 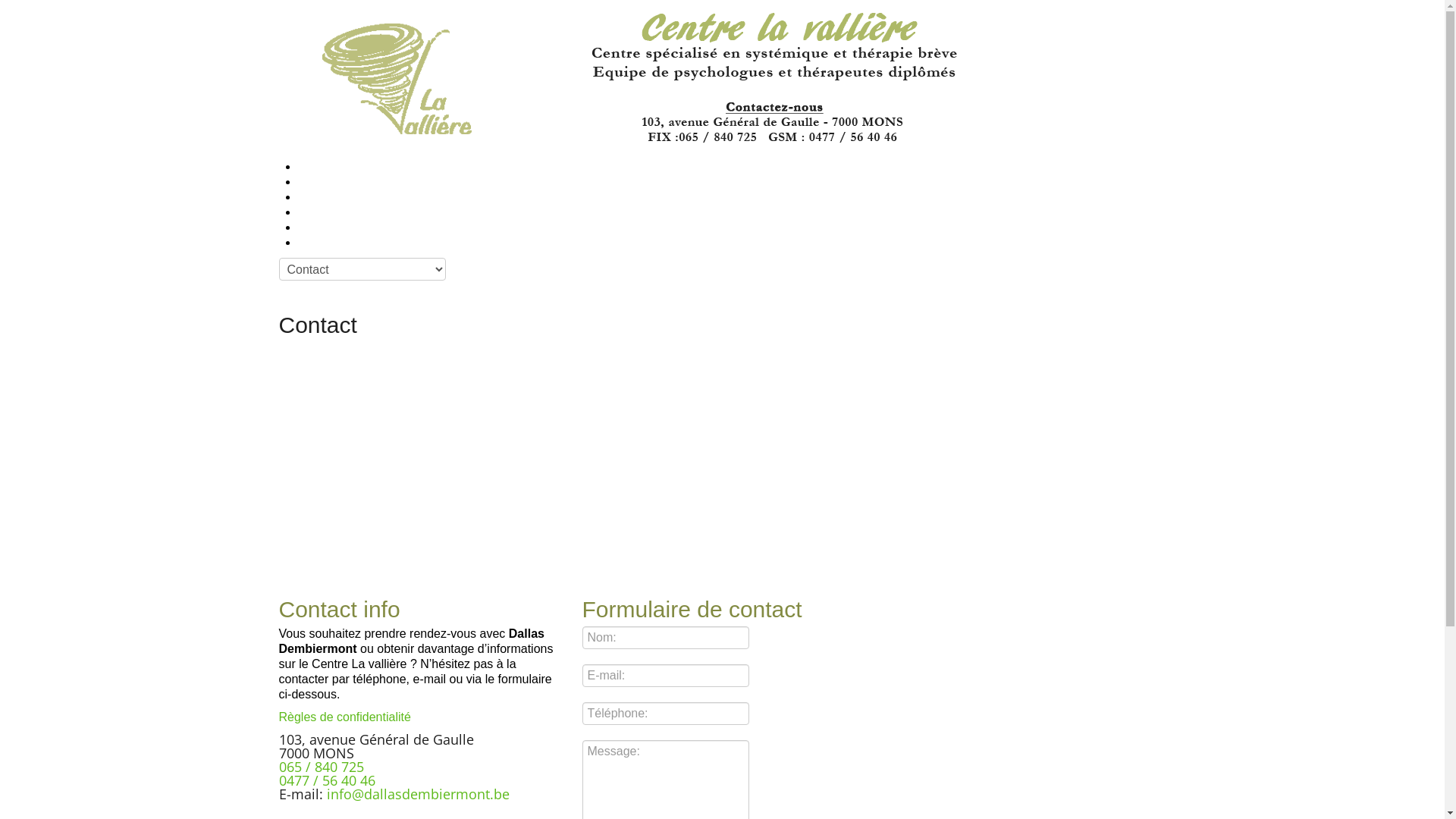 What do you see at coordinates (326, 780) in the screenshot?
I see `'0477 / 56 40 46'` at bounding box center [326, 780].